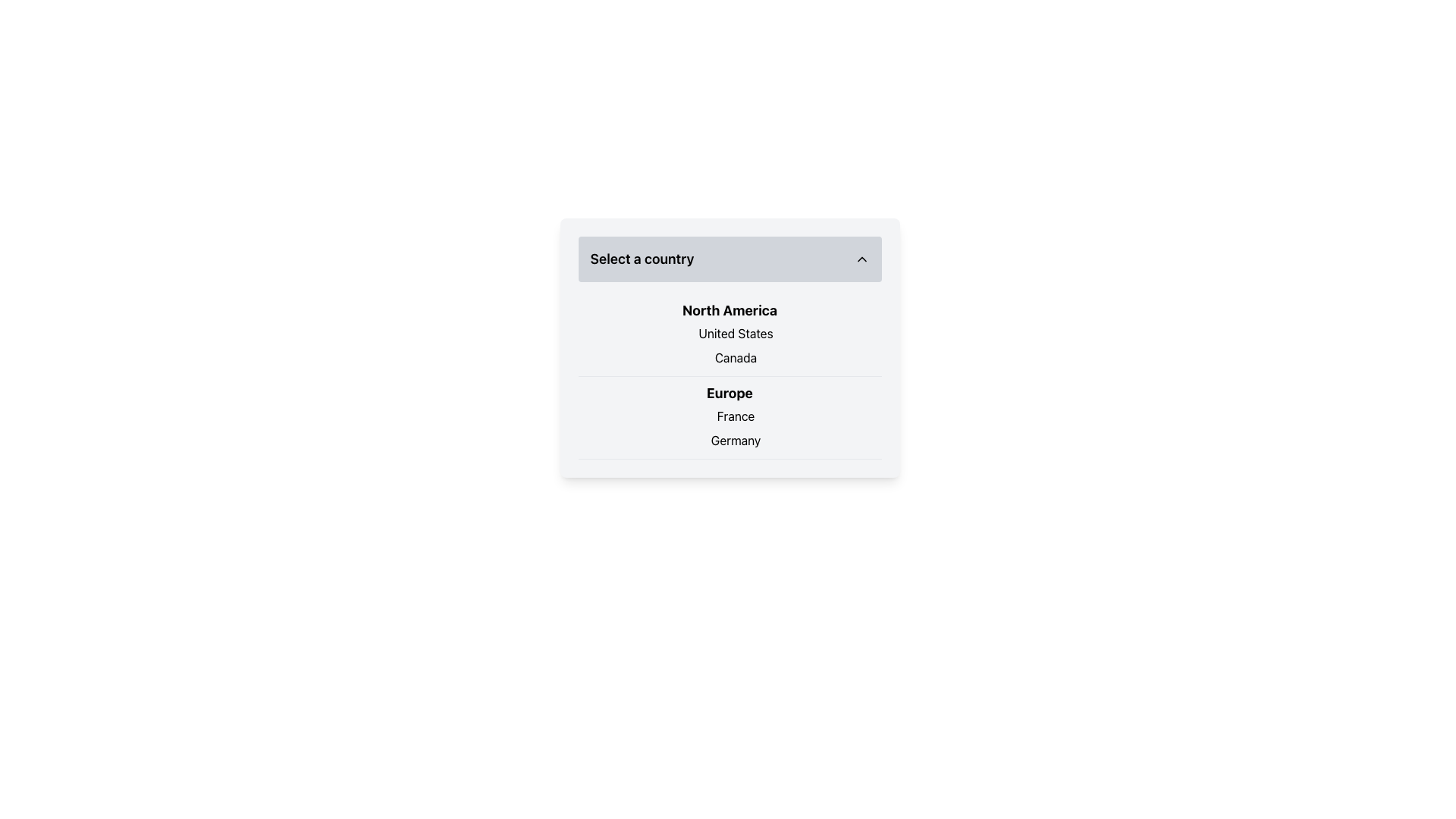 Image resolution: width=1456 pixels, height=819 pixels. I want to click on the text label displaying 'Select a country' in bold font located in the upper left corner of the grey background area, adjacent to the chevron icon, so click(642, 259).